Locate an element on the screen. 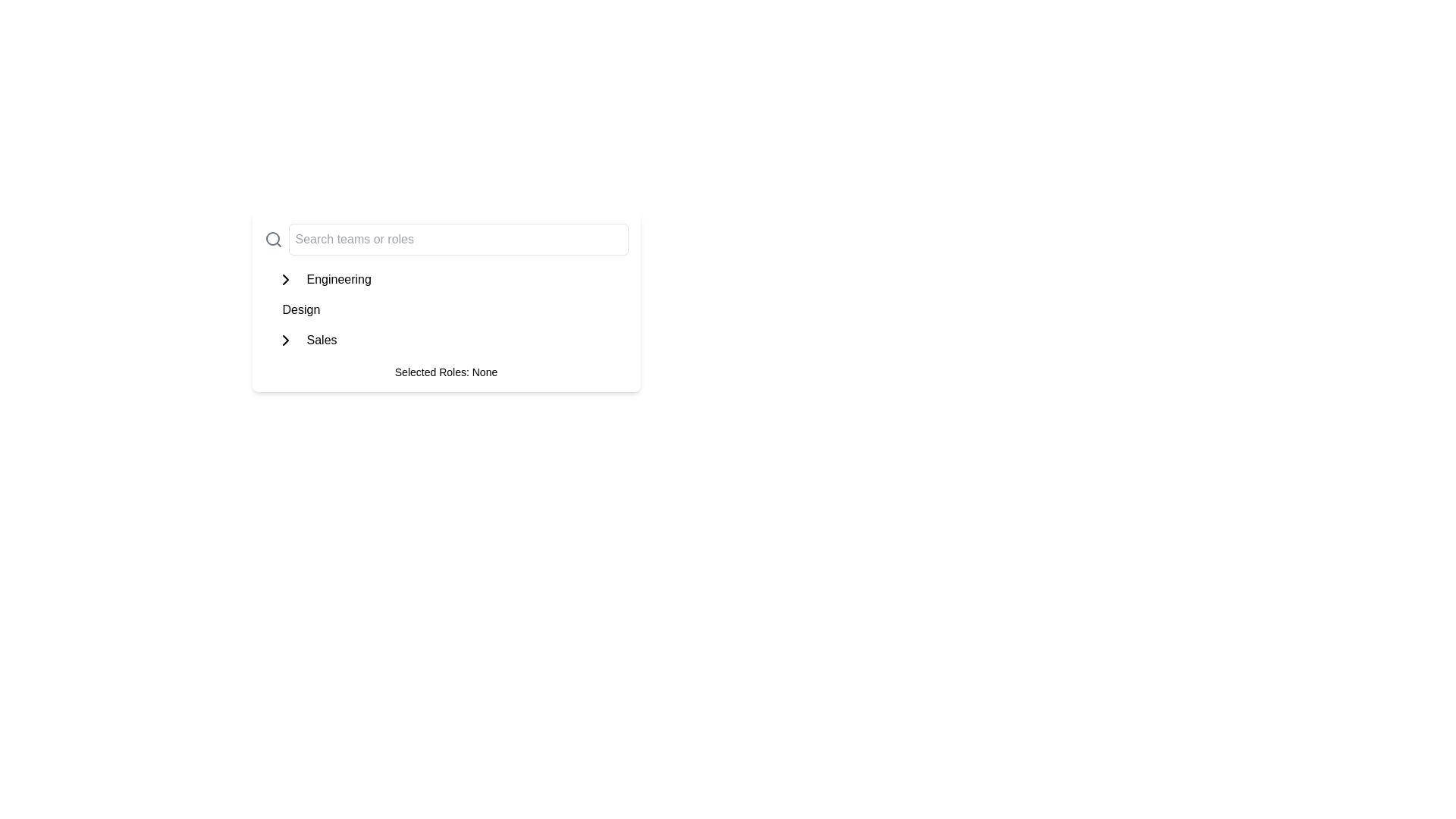 The height and width of the screenshot is (819, 1456). the 'Sales' expandable menu item located beneath the 'Design' section is located at coordinates (451, 339).